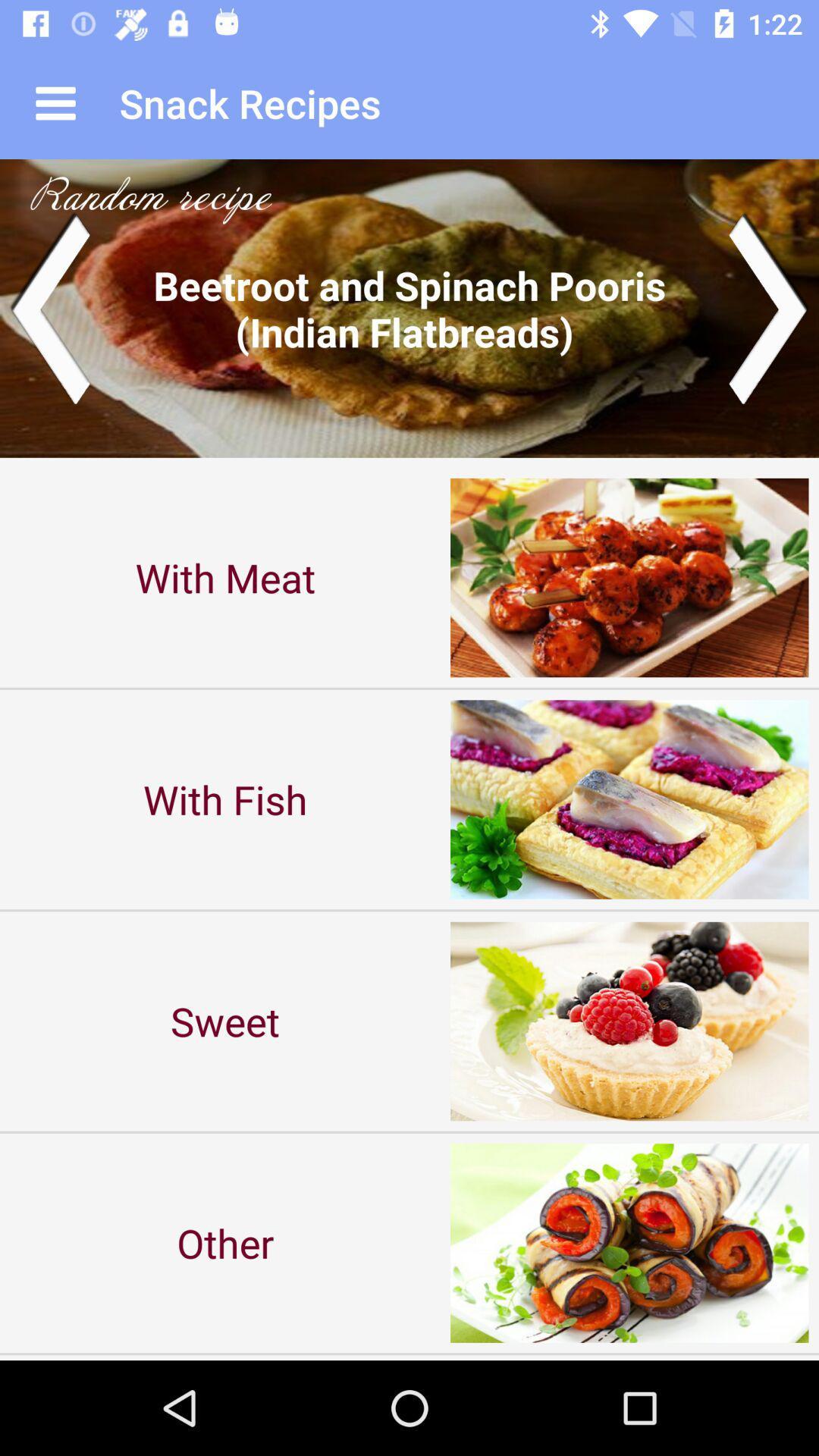  What do you see at coordinates (225, 576) in the screenshot?
I see `with meat item` at bounding box center [225, 576].